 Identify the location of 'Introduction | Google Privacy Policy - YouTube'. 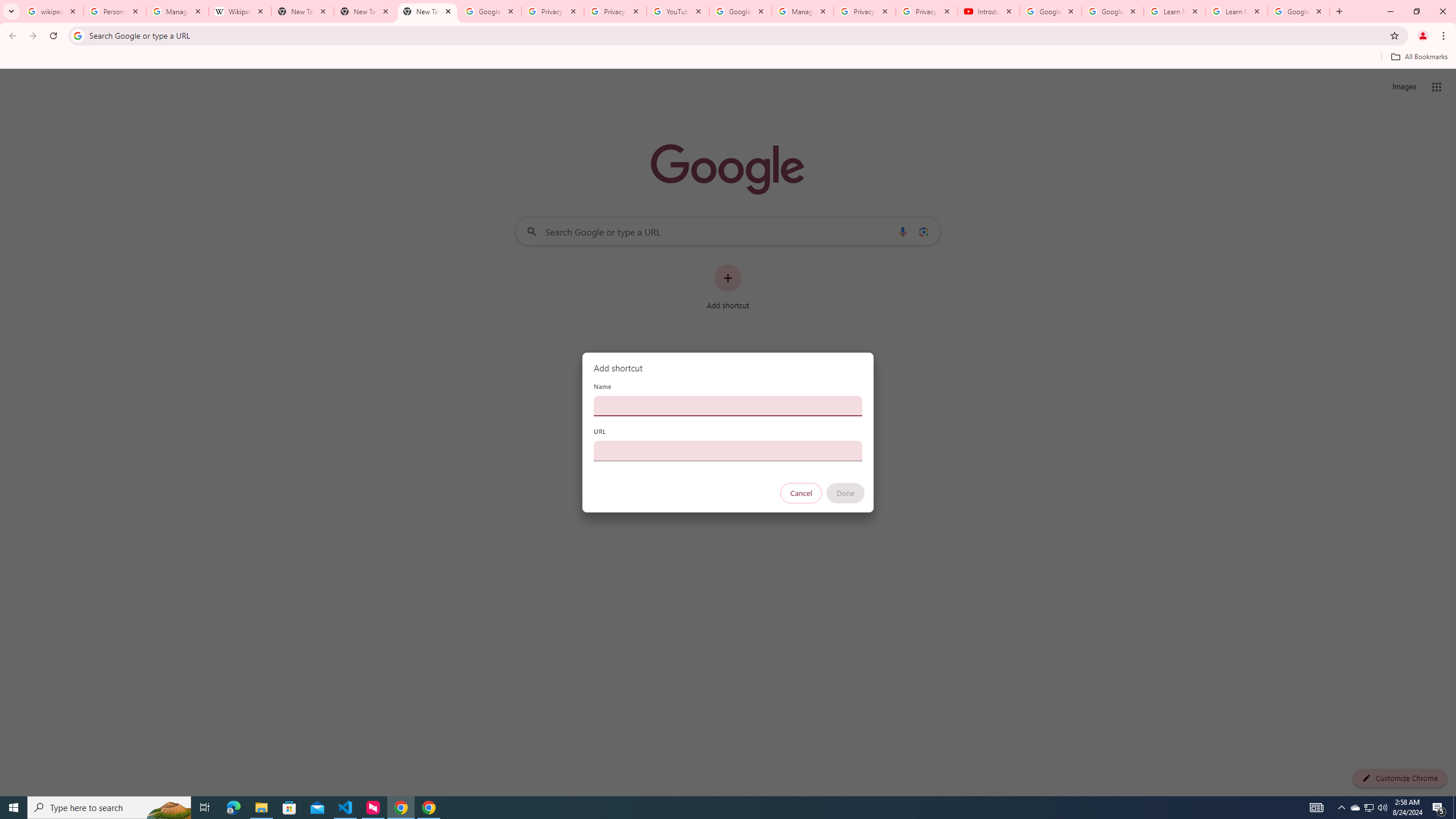
(988, 11).